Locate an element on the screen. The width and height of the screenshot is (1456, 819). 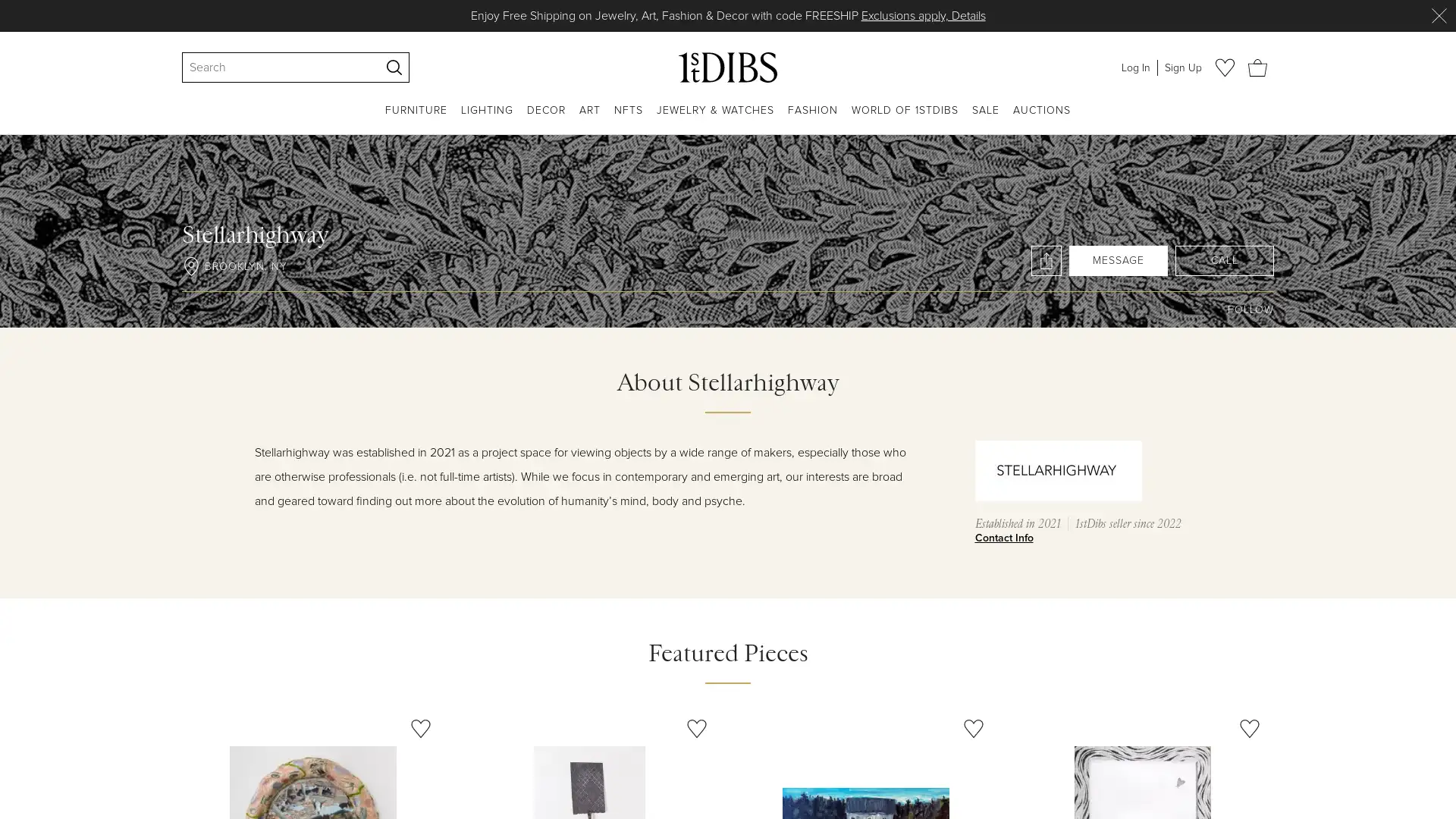
Sign Up is located at coordinates (1182, 66).